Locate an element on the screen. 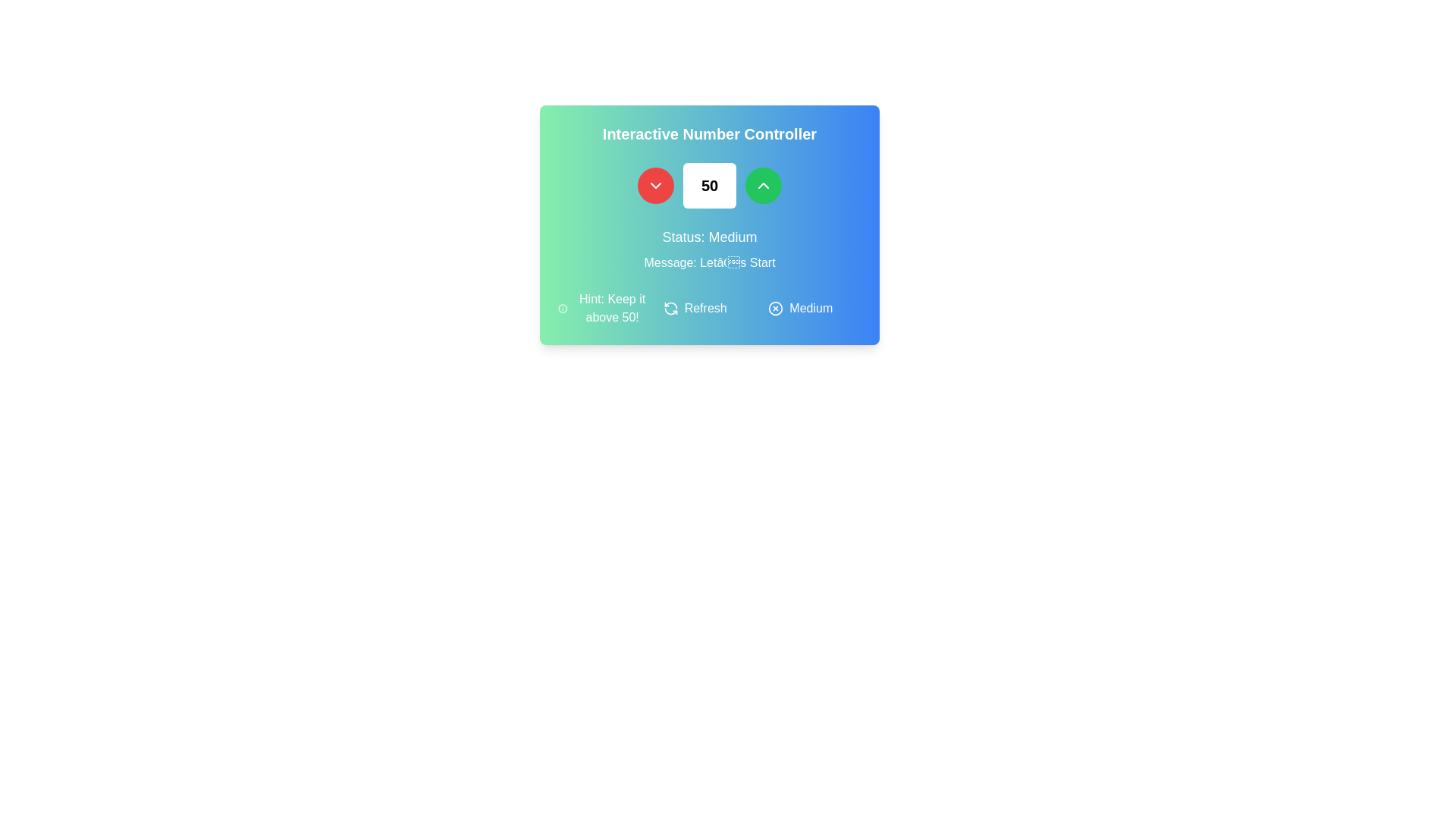  the text display box that shows the numeric value '50', which is styled with a white background, rounded corners, and bold black font is located at coordinates (709, 185).